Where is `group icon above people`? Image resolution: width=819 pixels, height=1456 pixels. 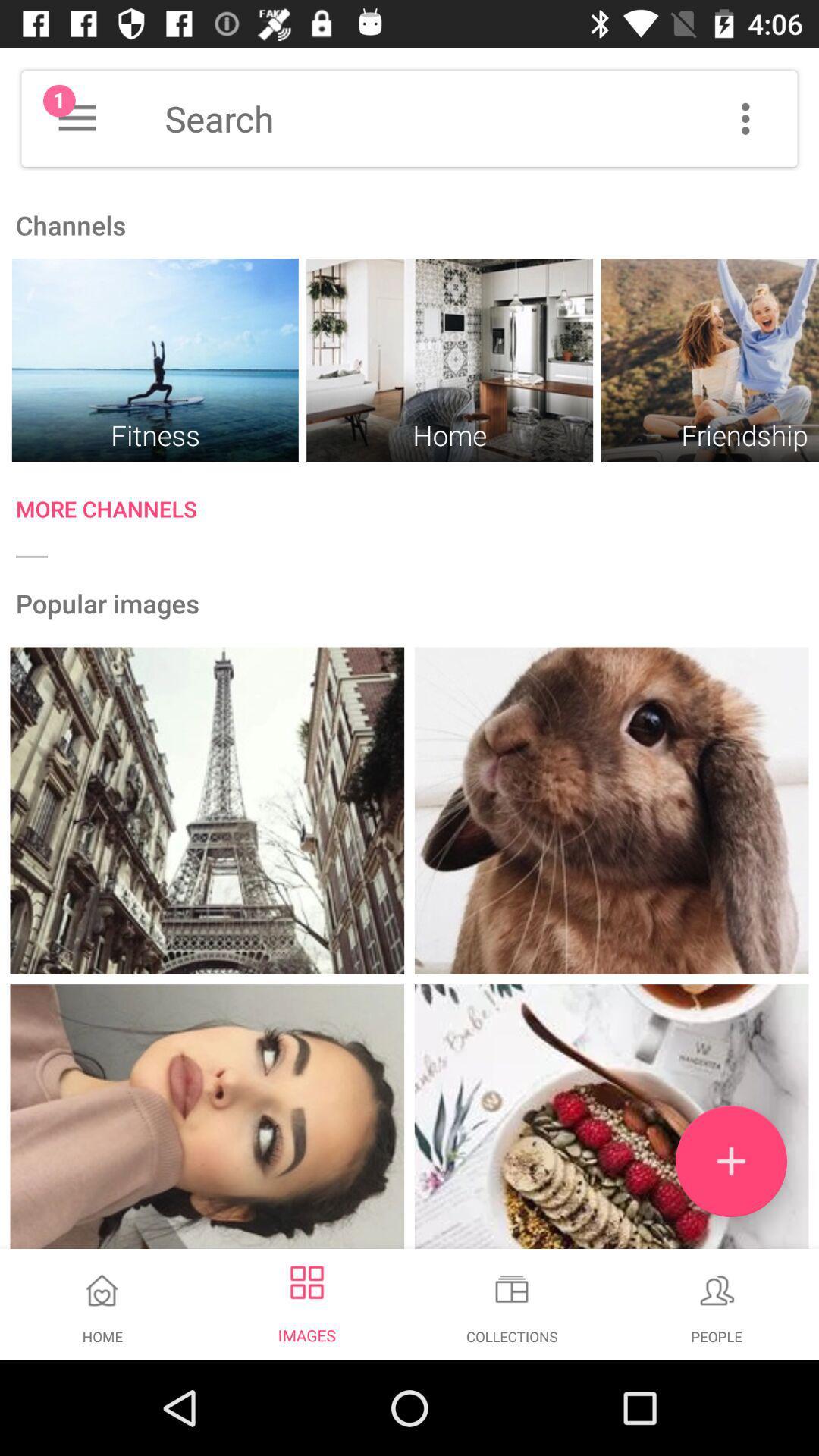 group icon above people is located at coordinates (717, 1289).